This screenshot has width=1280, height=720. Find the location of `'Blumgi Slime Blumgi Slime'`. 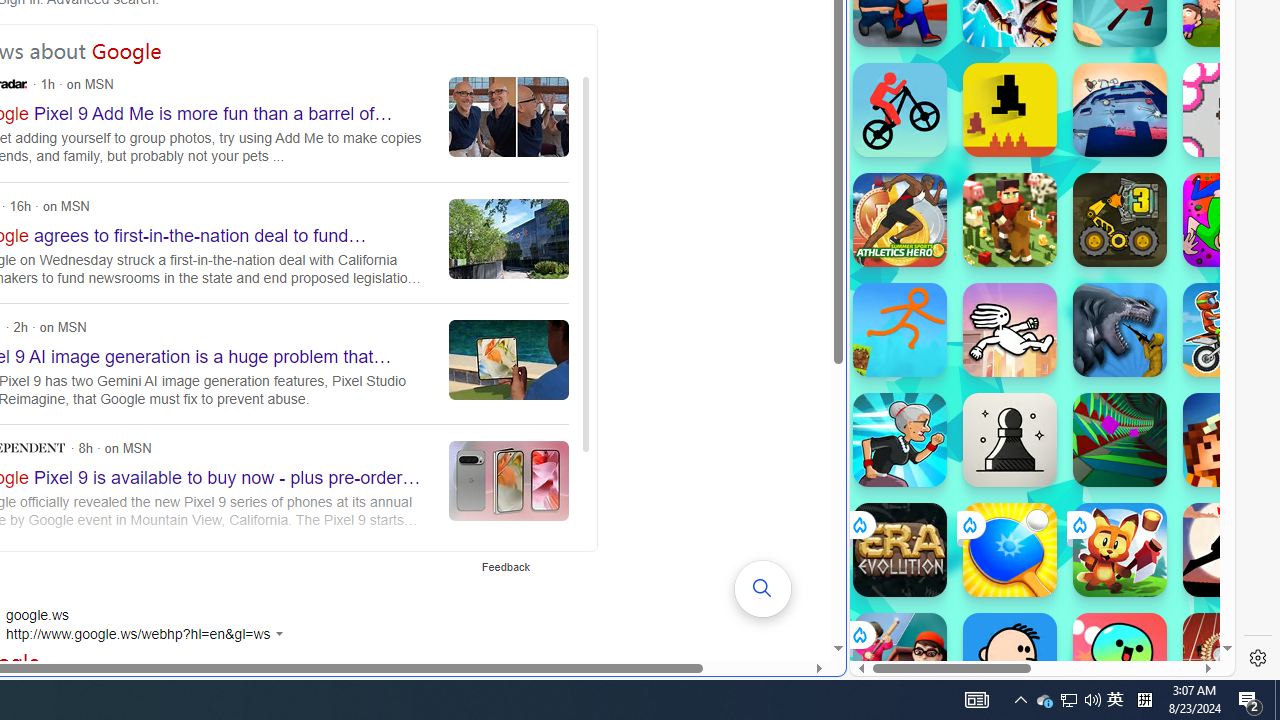

'Blumgi Slime Blumgi Slime' is located at coordinates (1120, 659).